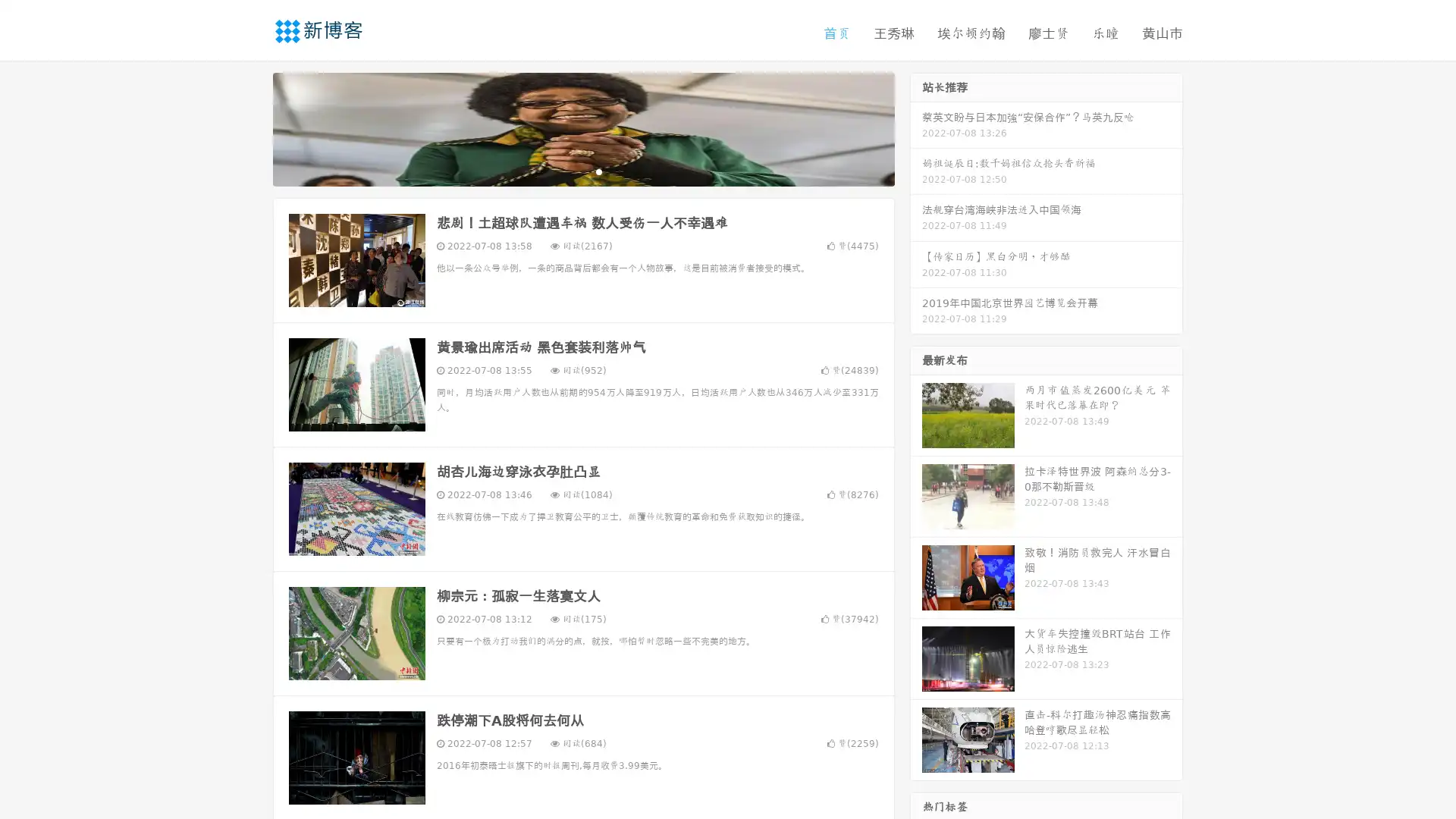 This screenshot has width=1456, height=819. I want to click on Go to slide 1, so click(567, 171).